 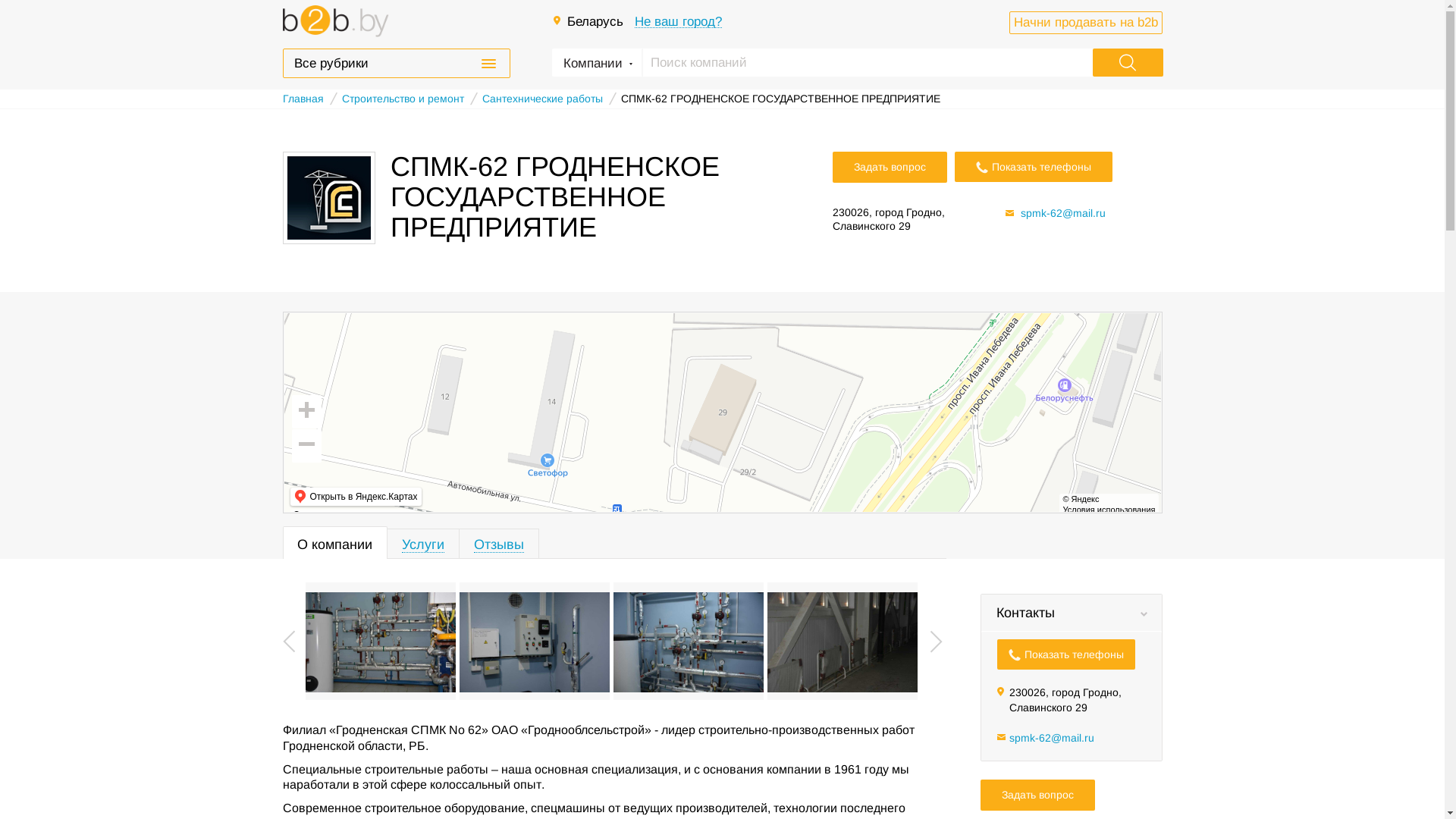 I want to click on 'Next', so click(x=935, y=640).